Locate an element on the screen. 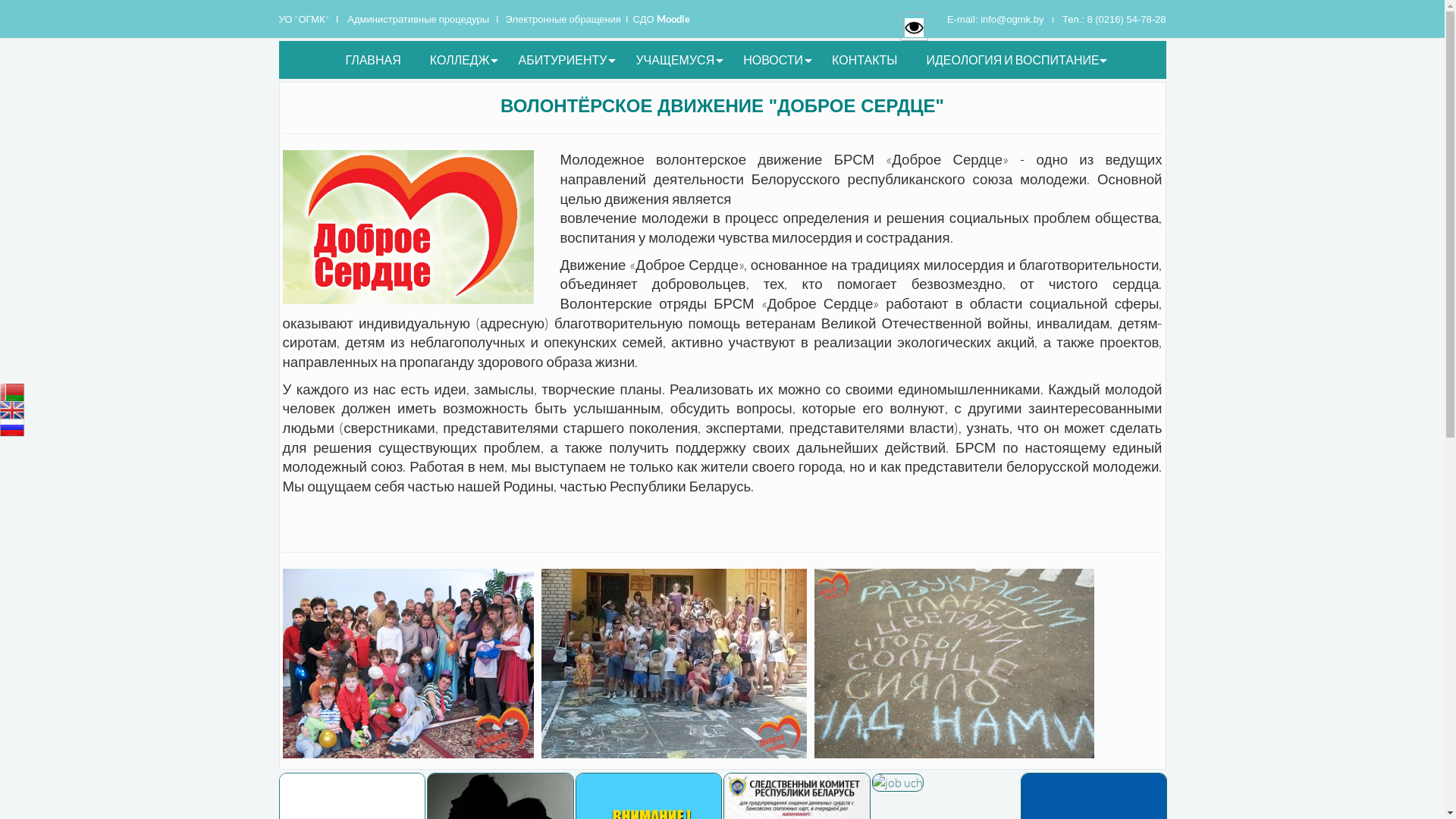  'English' is located at coordinates (11, 410).